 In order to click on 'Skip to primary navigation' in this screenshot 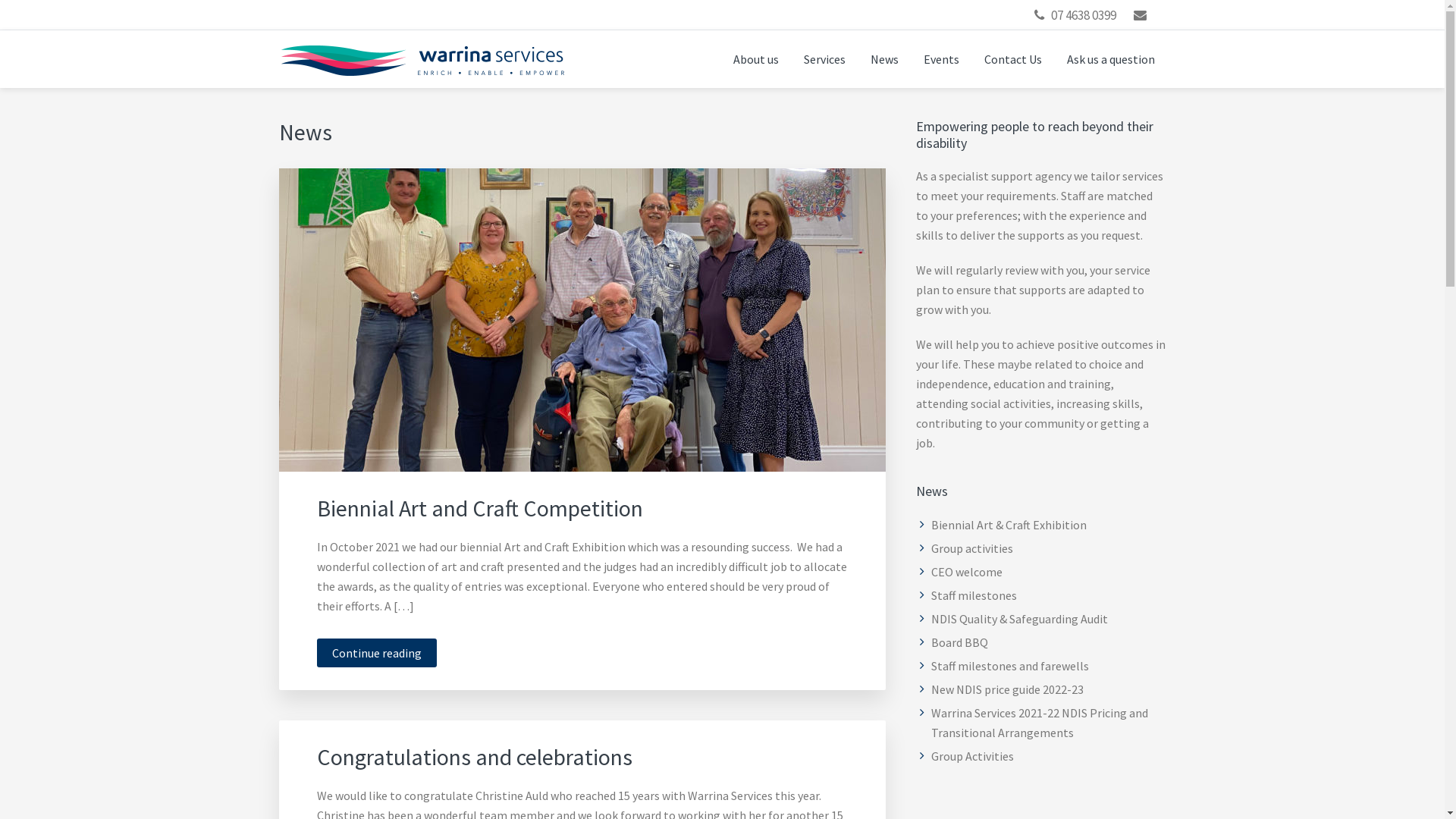, I will do `click(0, 0)`.